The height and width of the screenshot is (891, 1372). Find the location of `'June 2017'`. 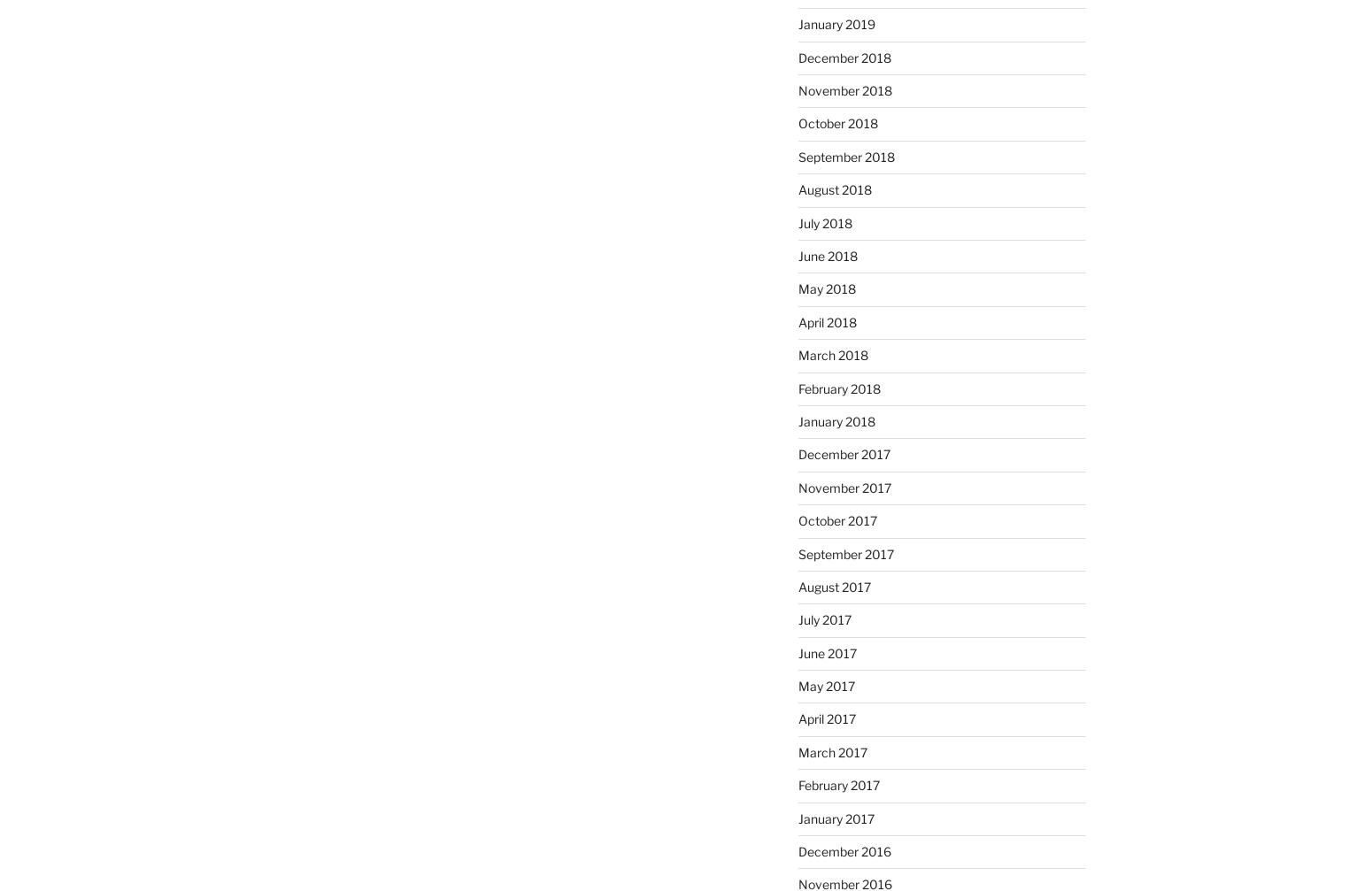

'June 2017' is located at coordinates (798, 651).